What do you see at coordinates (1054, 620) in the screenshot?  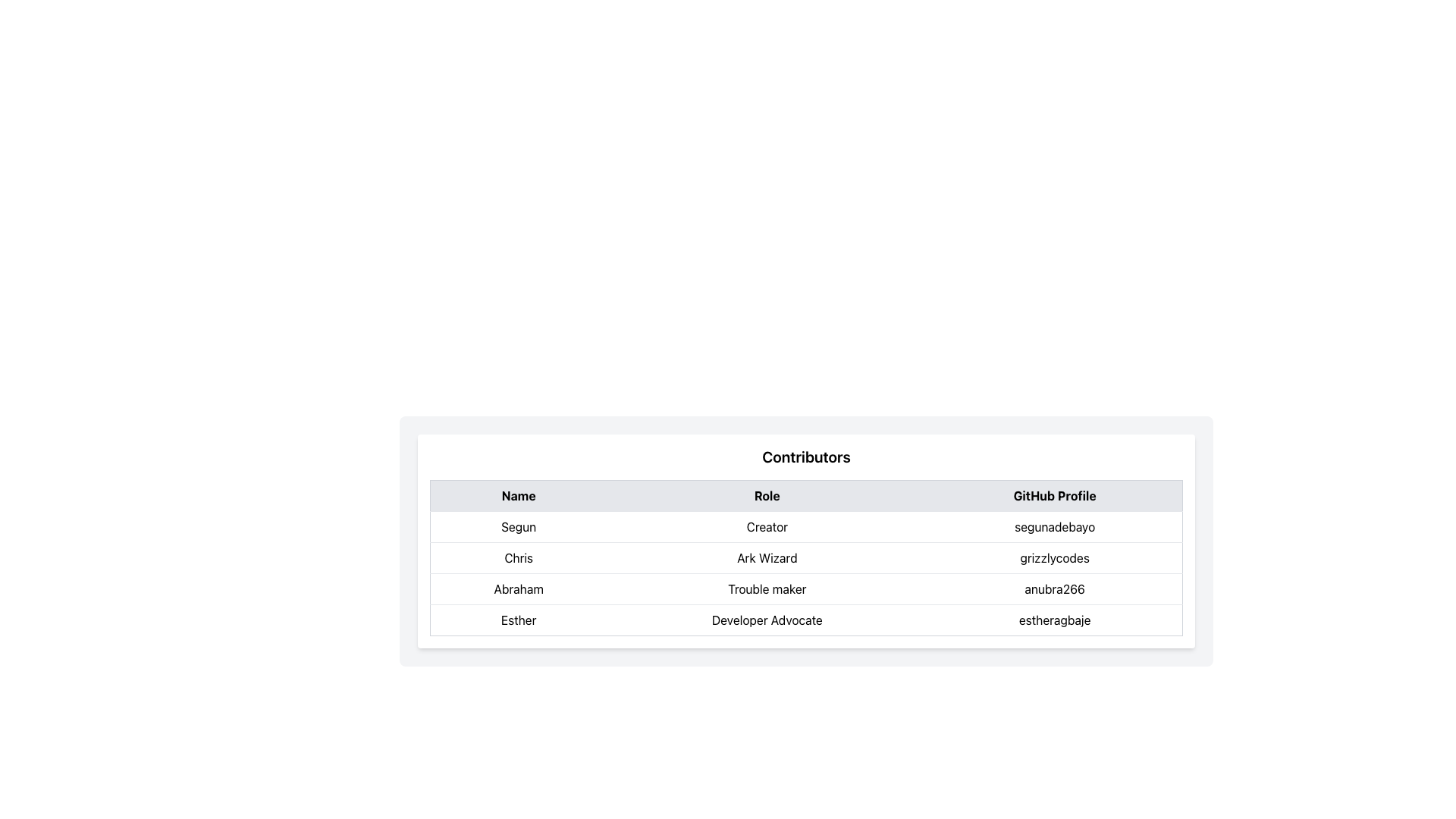 I see `text of the text label displaying 'estheragbaje' located in the 'GitHub Profile' column of the table under the 'Contributors' header` at bounding box center [1054, 620].